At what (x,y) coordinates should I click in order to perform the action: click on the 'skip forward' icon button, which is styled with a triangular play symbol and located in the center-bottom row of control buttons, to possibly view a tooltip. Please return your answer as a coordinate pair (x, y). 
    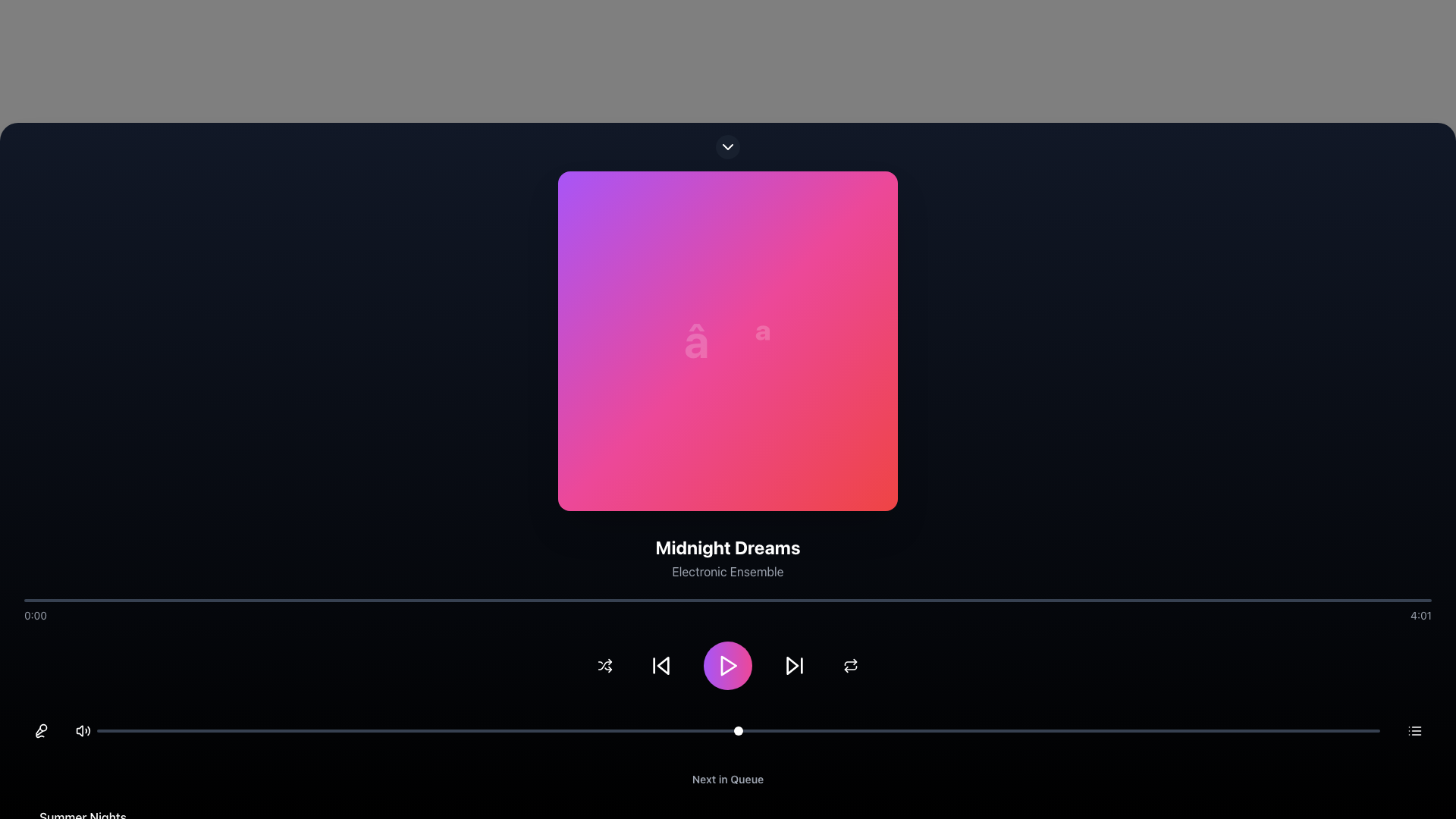
    Looking at the image, I should click on (793, 665).